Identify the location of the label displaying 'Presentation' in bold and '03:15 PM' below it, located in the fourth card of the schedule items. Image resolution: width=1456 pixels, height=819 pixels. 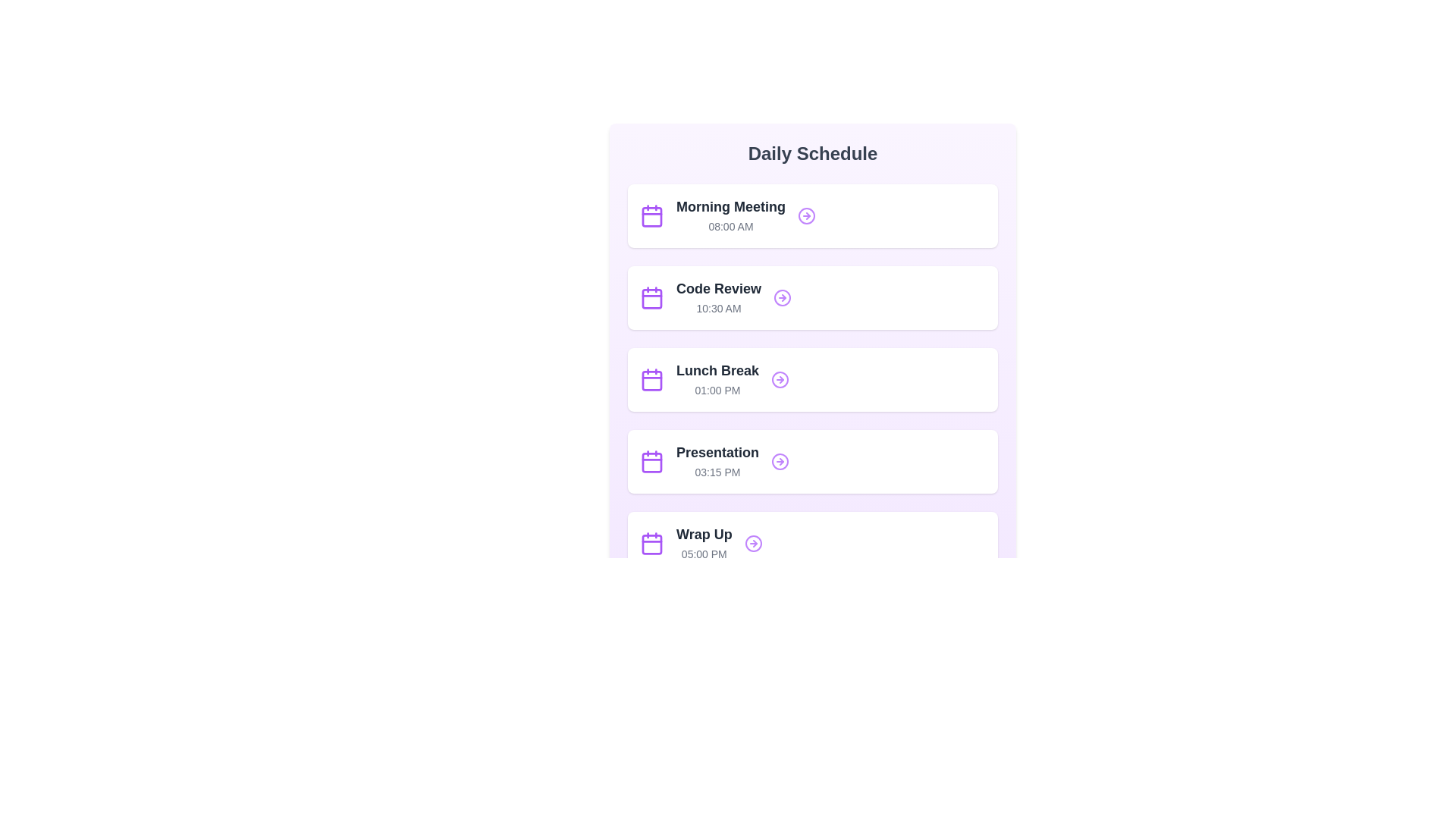
(717, 461).